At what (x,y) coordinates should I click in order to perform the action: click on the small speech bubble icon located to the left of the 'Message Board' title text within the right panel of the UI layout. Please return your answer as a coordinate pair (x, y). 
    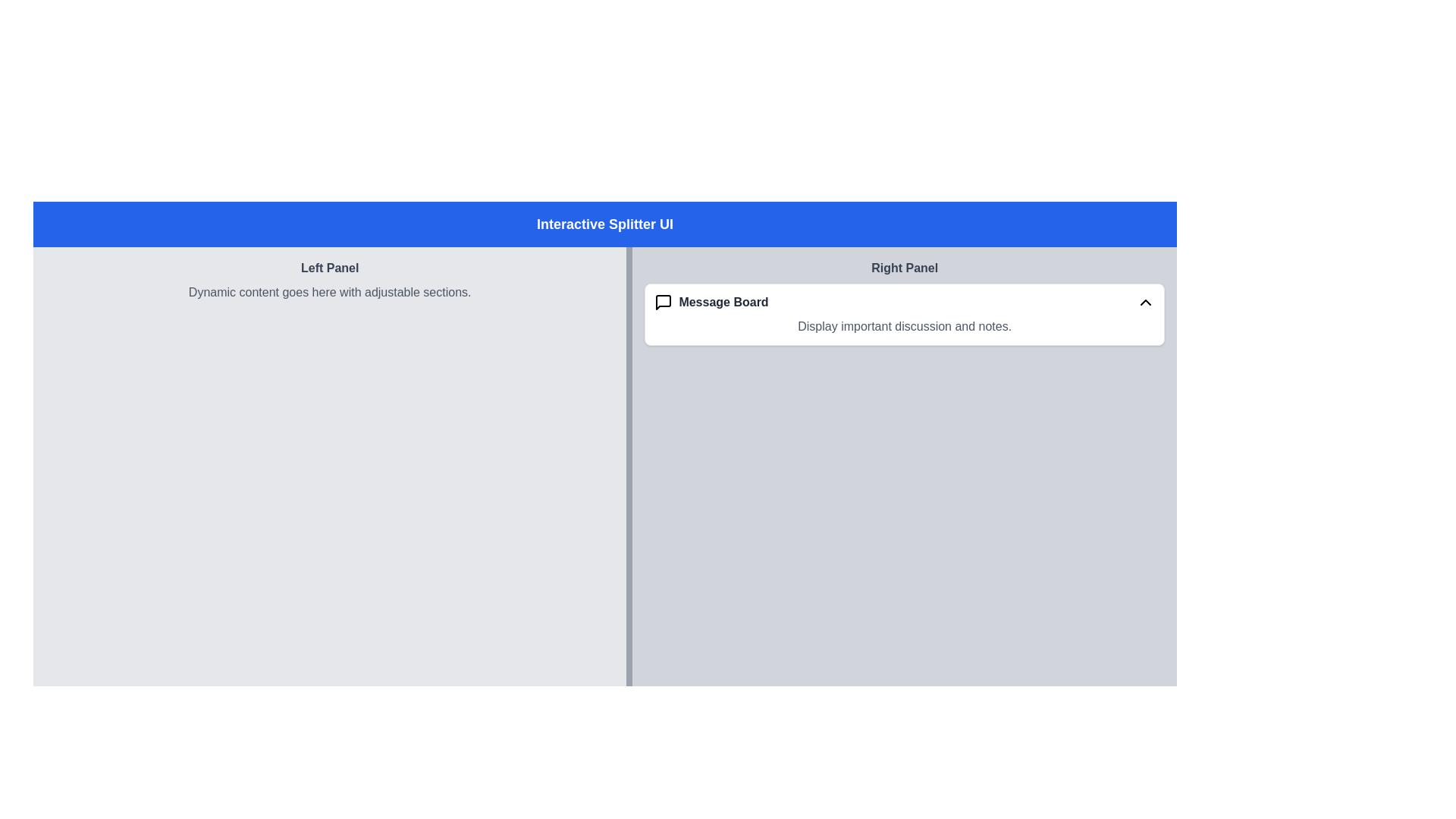
    Looking at the image, I should click on (664, 302).